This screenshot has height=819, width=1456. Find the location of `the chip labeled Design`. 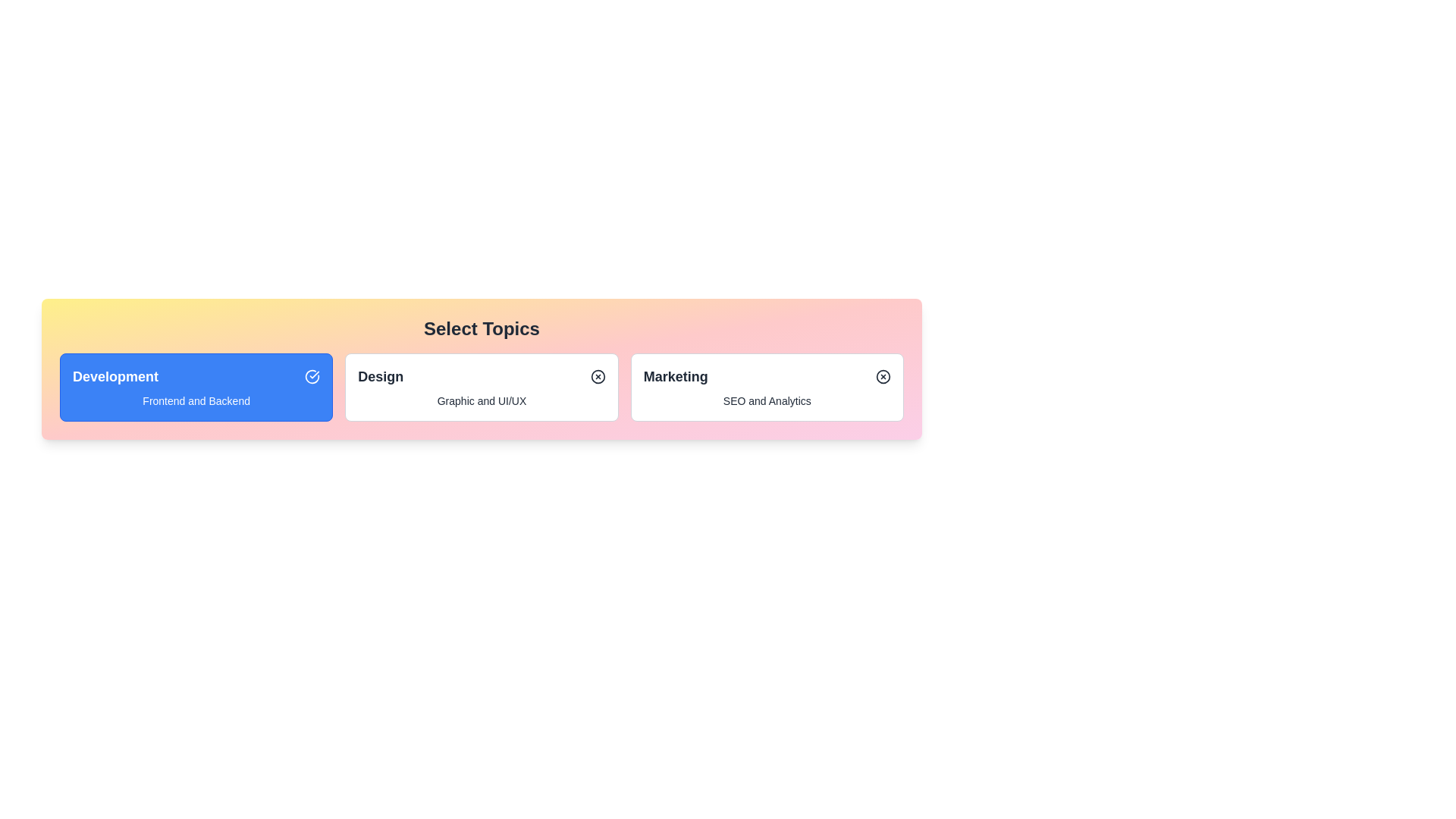

the chip labeled Design is located at coordinates (480, 386).